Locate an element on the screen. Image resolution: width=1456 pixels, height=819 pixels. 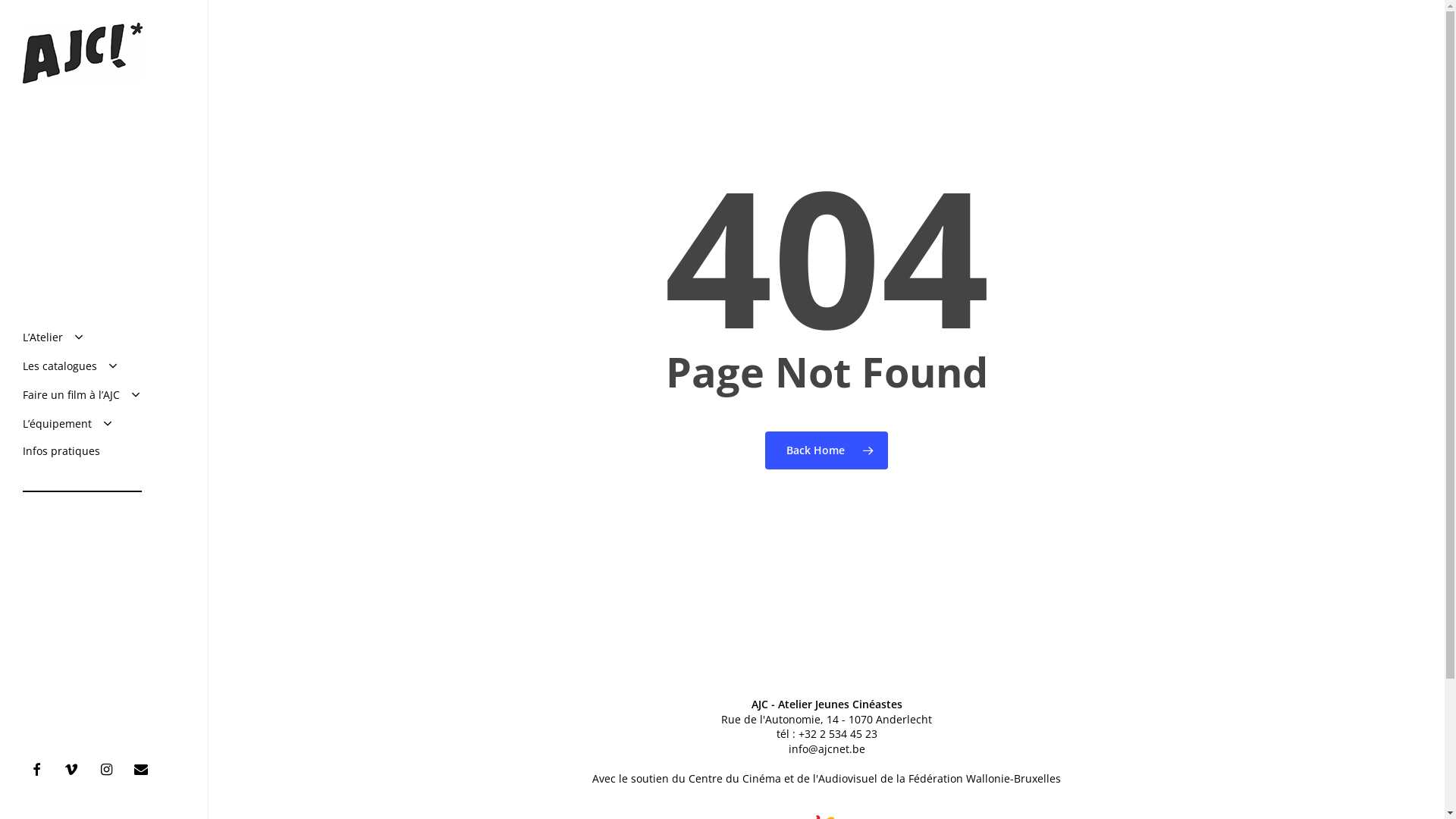
'Les catalogues' is located at coordinates (70, 366).